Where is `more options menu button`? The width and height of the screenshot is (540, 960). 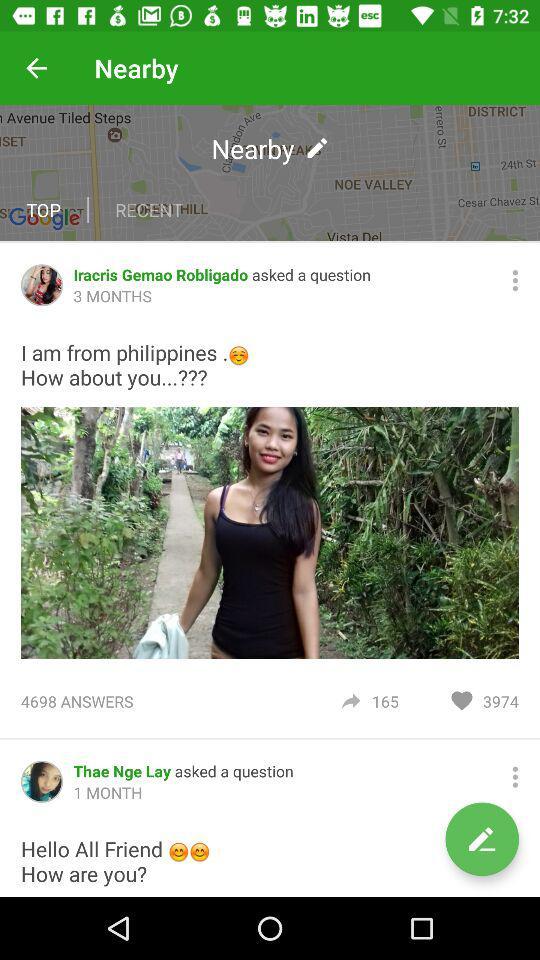
more options menu button is located at coordinates (515, 776).